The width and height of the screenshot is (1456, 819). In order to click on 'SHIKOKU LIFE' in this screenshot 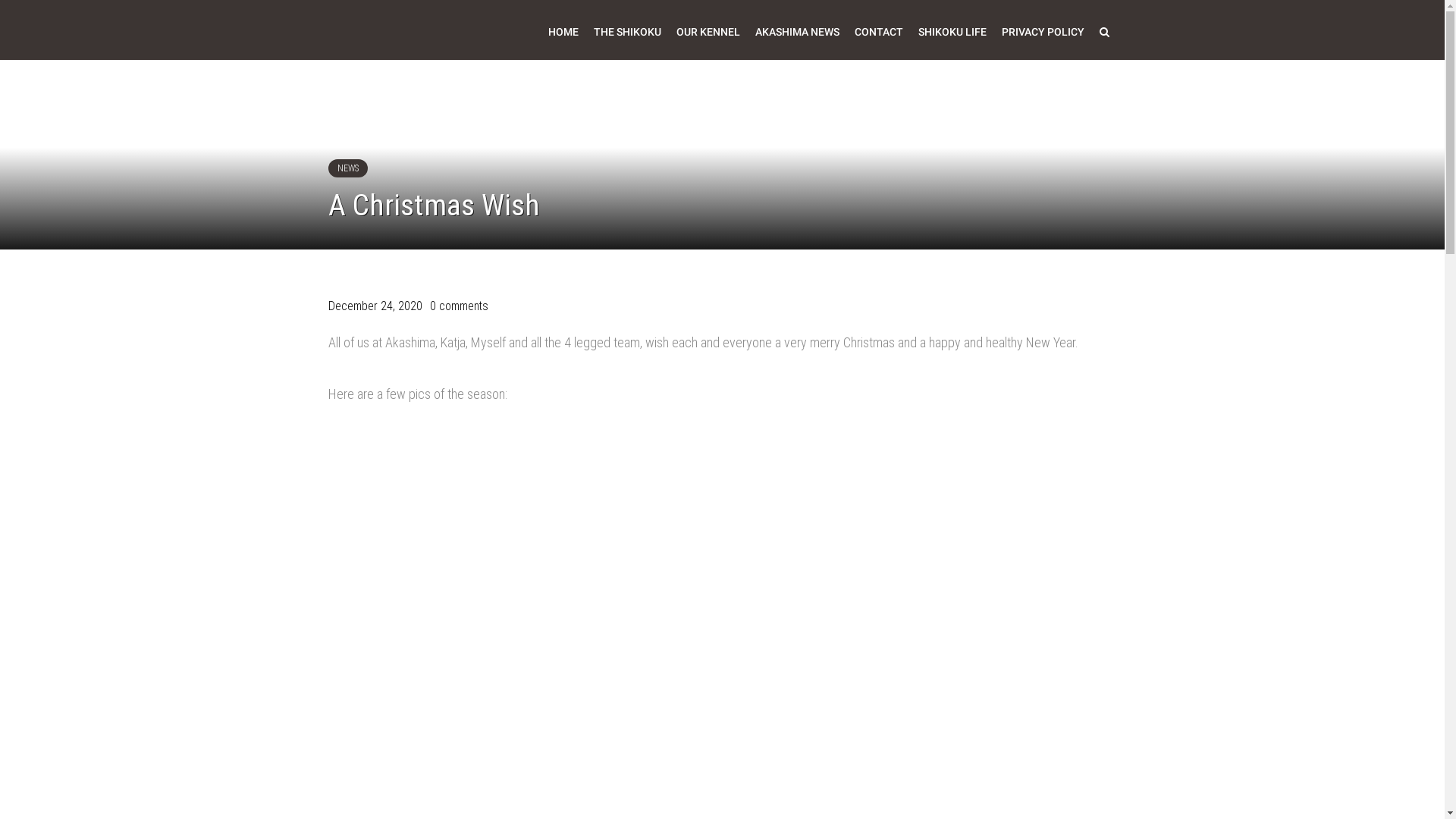, I will do `click(950, 32)`.